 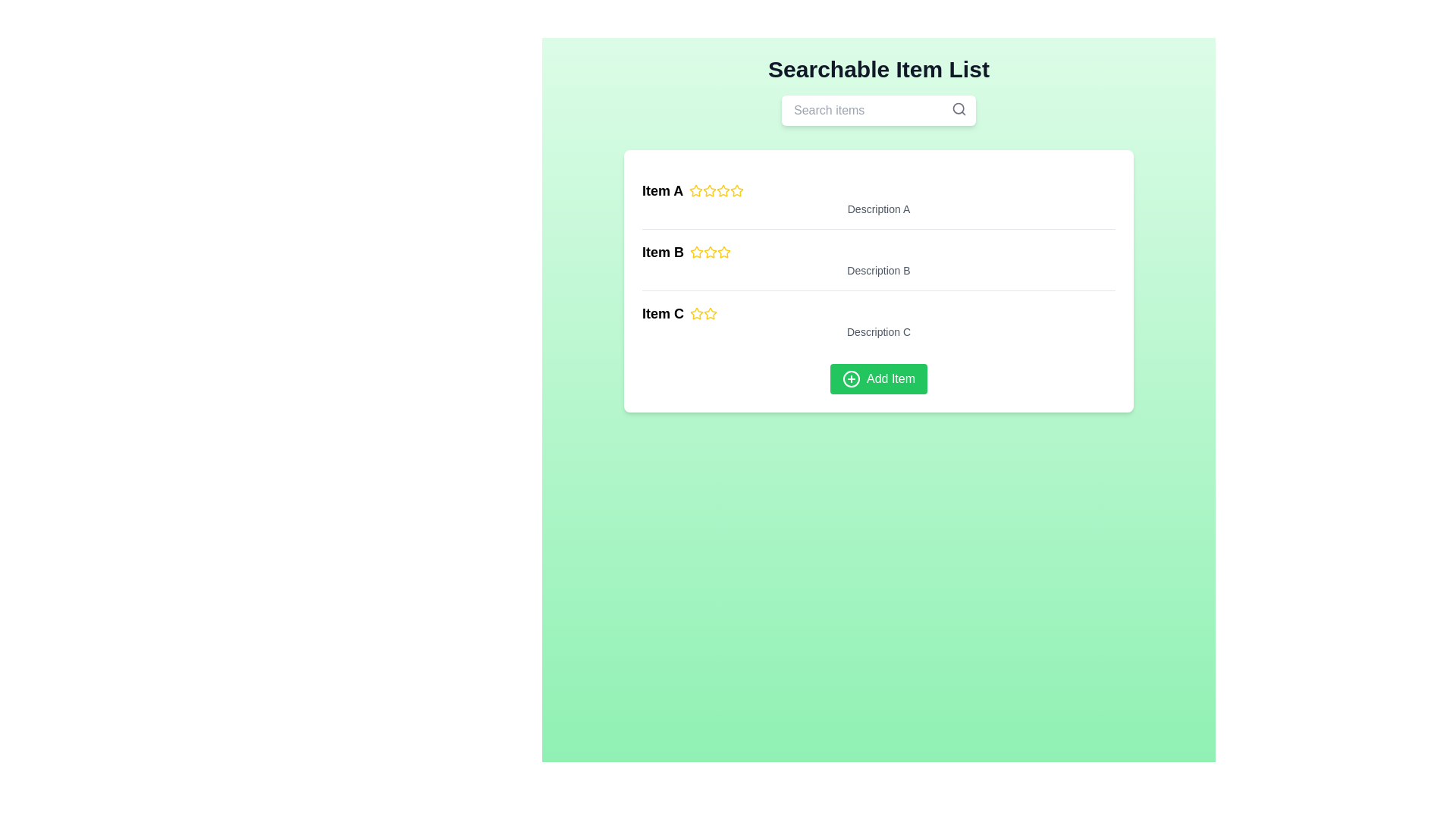 I want to click on the static text label that provides a description related to 'Item C', located below the 'Item C' label and rating stars, so click(x=878, y=331).